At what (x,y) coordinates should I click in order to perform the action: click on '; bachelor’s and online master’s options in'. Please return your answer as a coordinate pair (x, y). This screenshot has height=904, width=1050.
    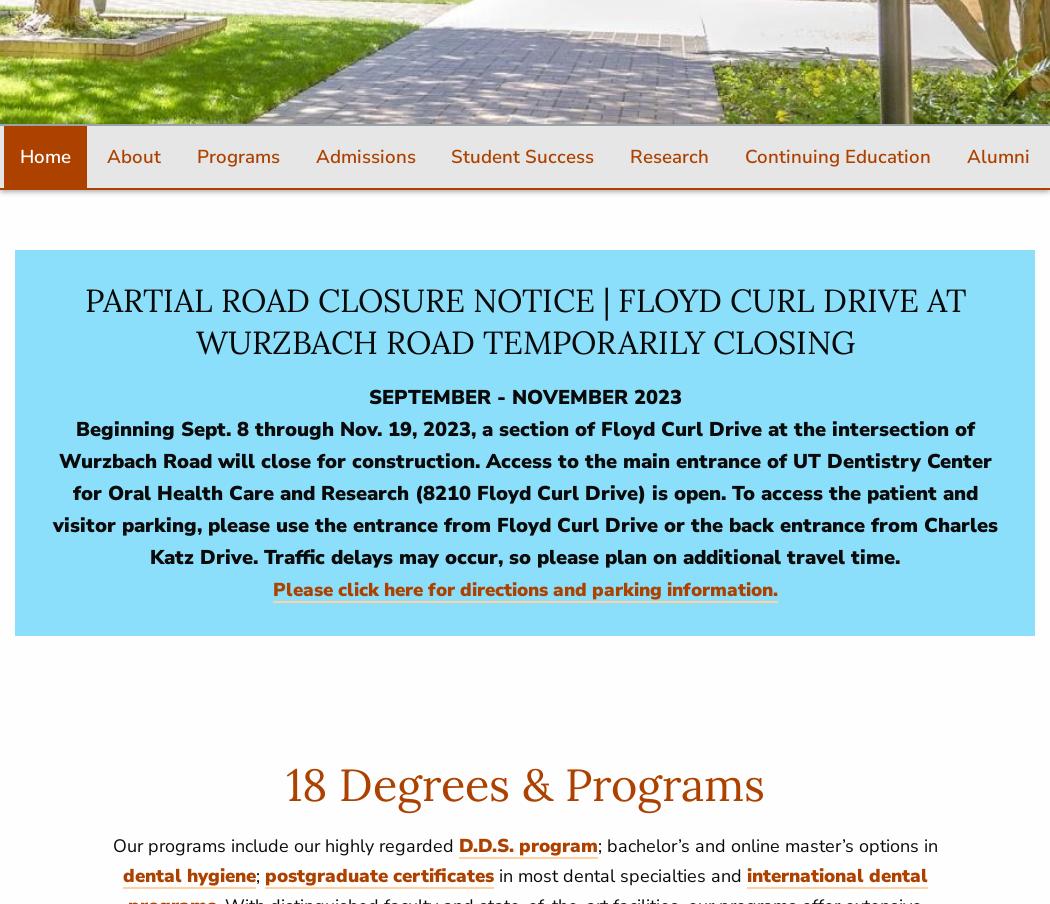
    Looking at the image, I should click on (596, 844).